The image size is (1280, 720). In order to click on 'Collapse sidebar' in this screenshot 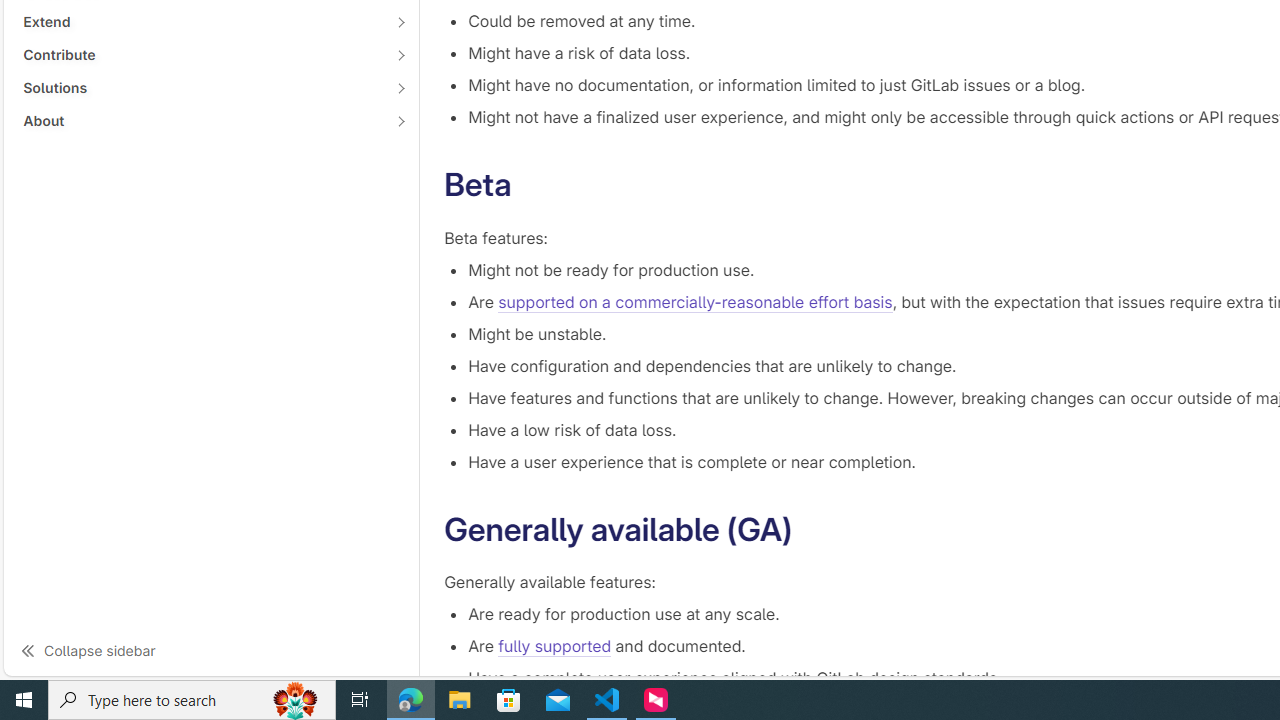, I will do `click(211, 650)`.